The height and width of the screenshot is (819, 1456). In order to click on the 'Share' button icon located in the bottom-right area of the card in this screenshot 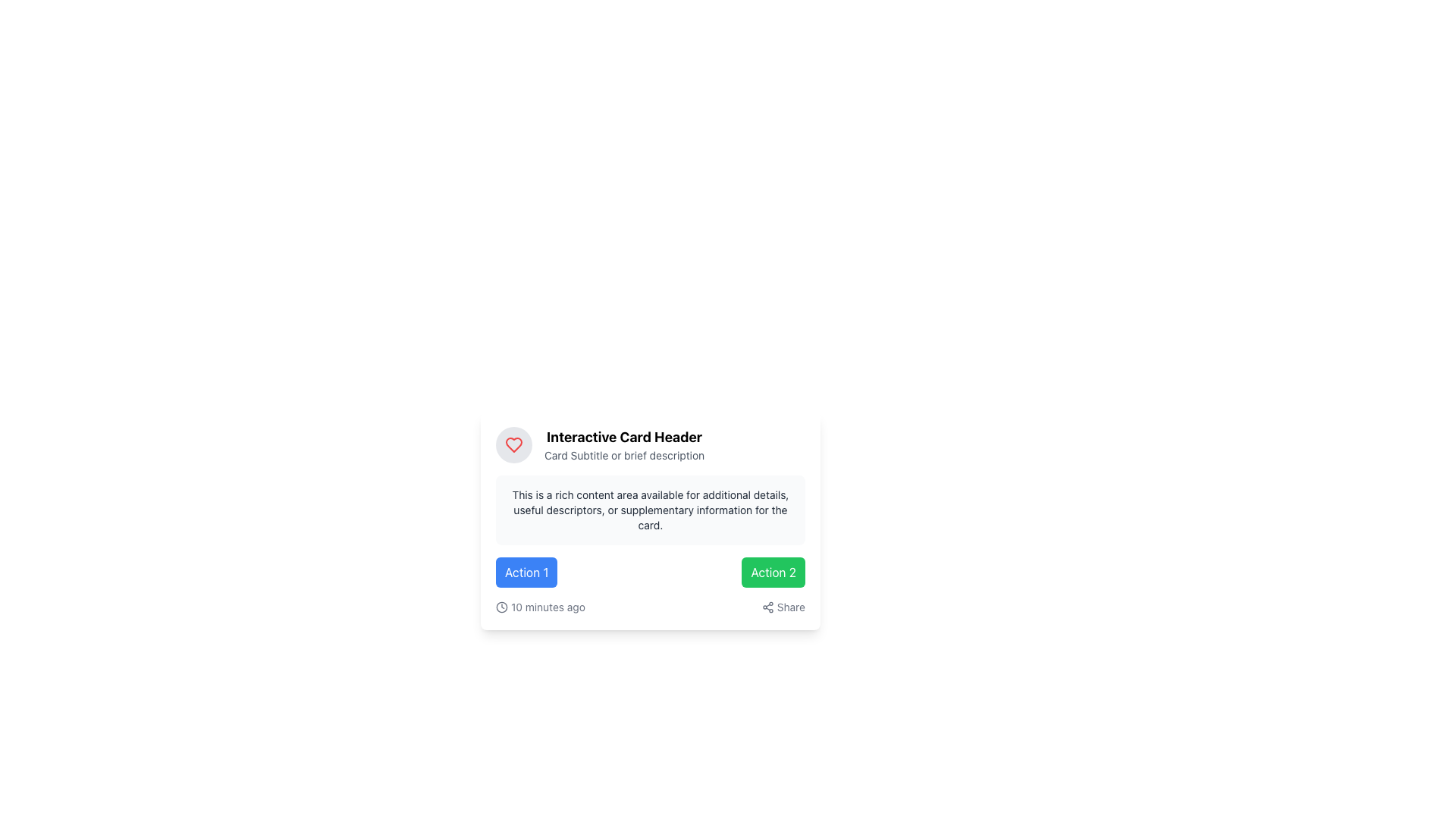, I will do `click(767, 607)`.